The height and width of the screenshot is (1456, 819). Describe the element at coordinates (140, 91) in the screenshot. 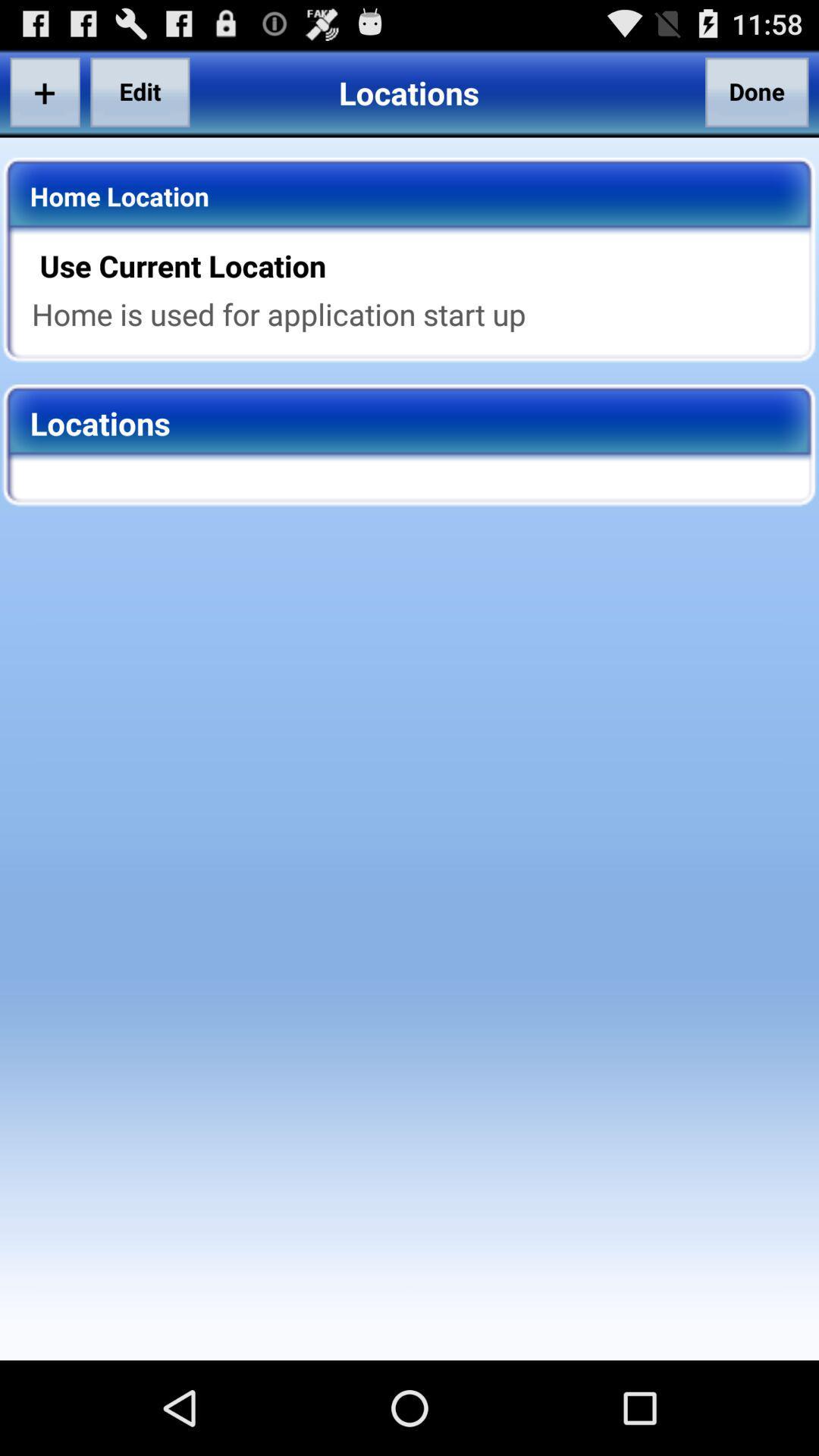

I see `the item above home location app` at that location.